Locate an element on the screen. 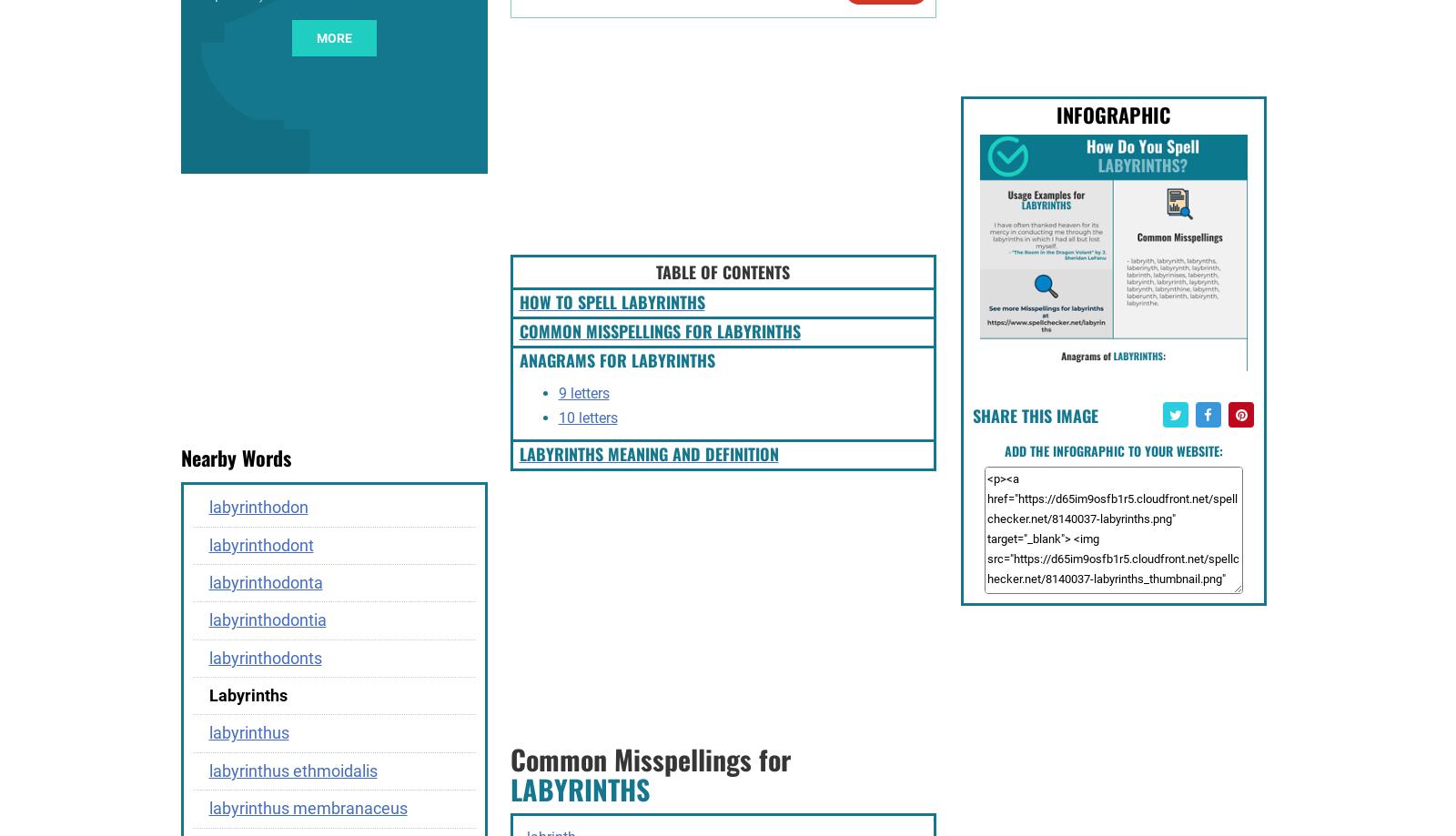 This screenshot has height=836, width=1456. 'LABYRINTHS' is located at coordinates (579, 788).